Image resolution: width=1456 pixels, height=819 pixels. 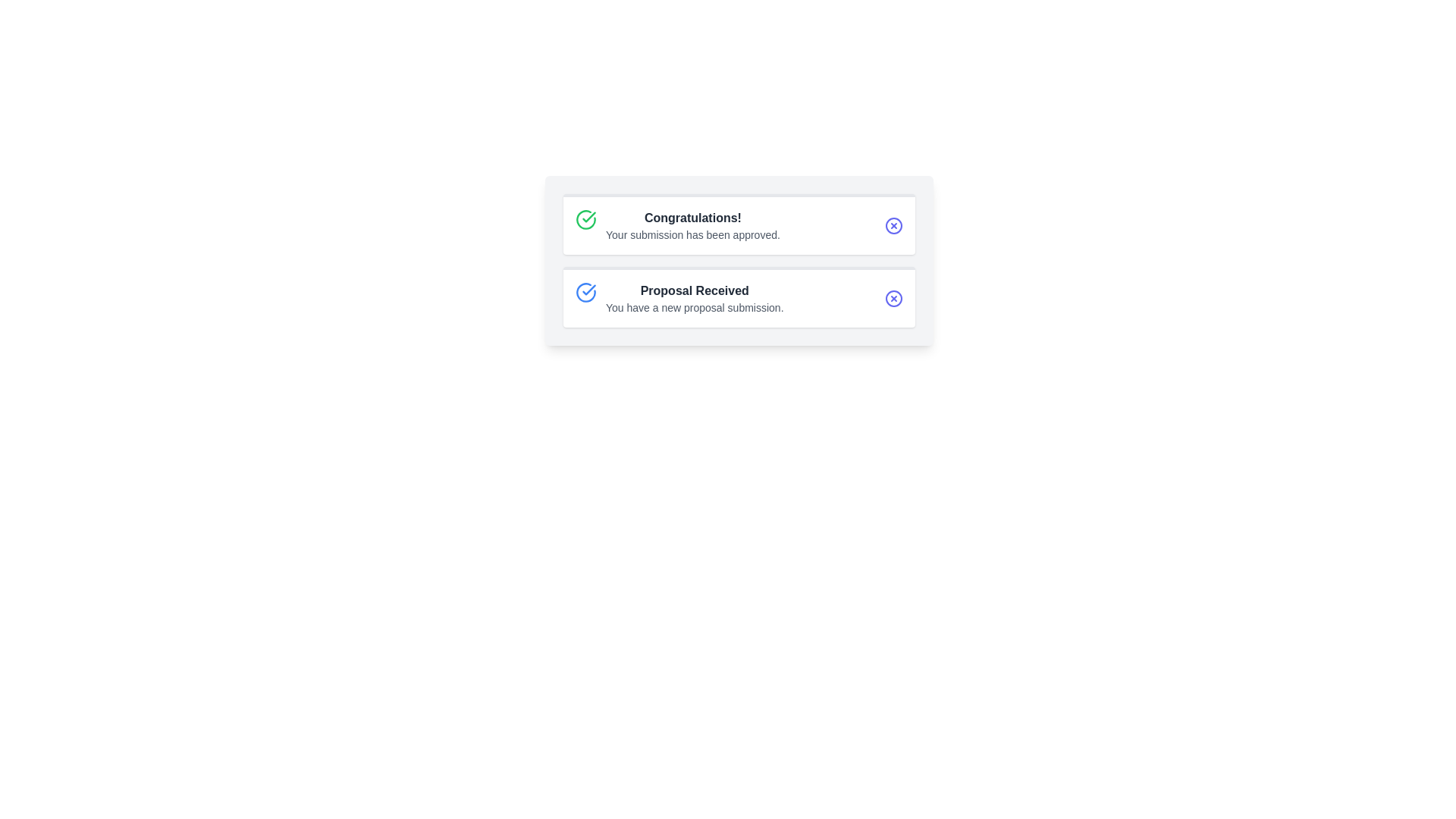 What do you see at coordinates (739, 297) in the screenshot?
I see `the notification element that indicates a new proposal has been received, located below the 'Congratulations! Your submission has been approved.' section` at bounding box center [739, 297].